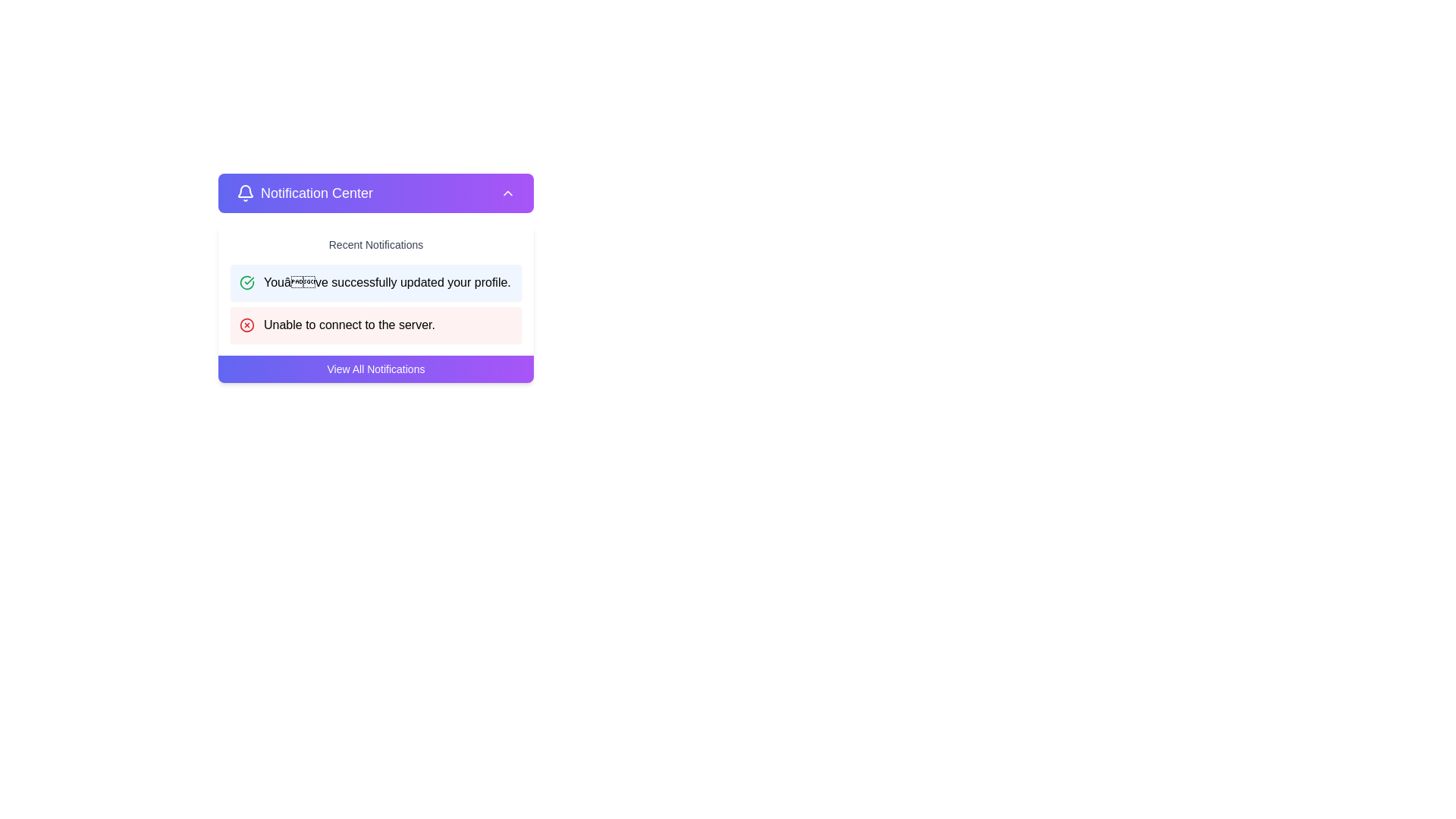 The image size is (1456, 819). What do you see at coordinates (387, 283) in the screenshot?
I see `the Text Label indicating successful completion of an action within the 'Recent Notifications' section` at bounding box center [387, 283].